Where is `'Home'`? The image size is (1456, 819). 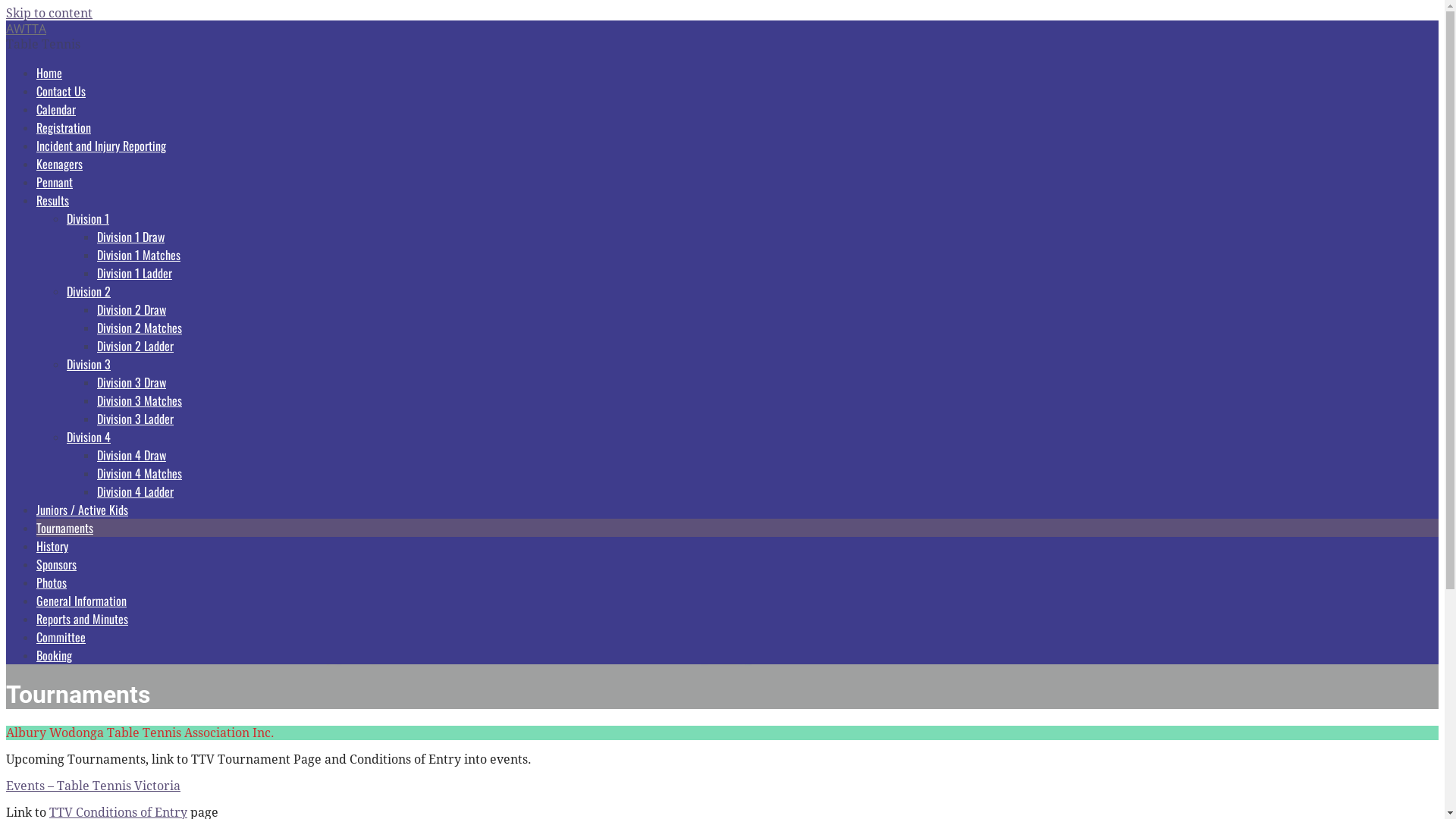 'Home' is located at coordinates (49, 73).